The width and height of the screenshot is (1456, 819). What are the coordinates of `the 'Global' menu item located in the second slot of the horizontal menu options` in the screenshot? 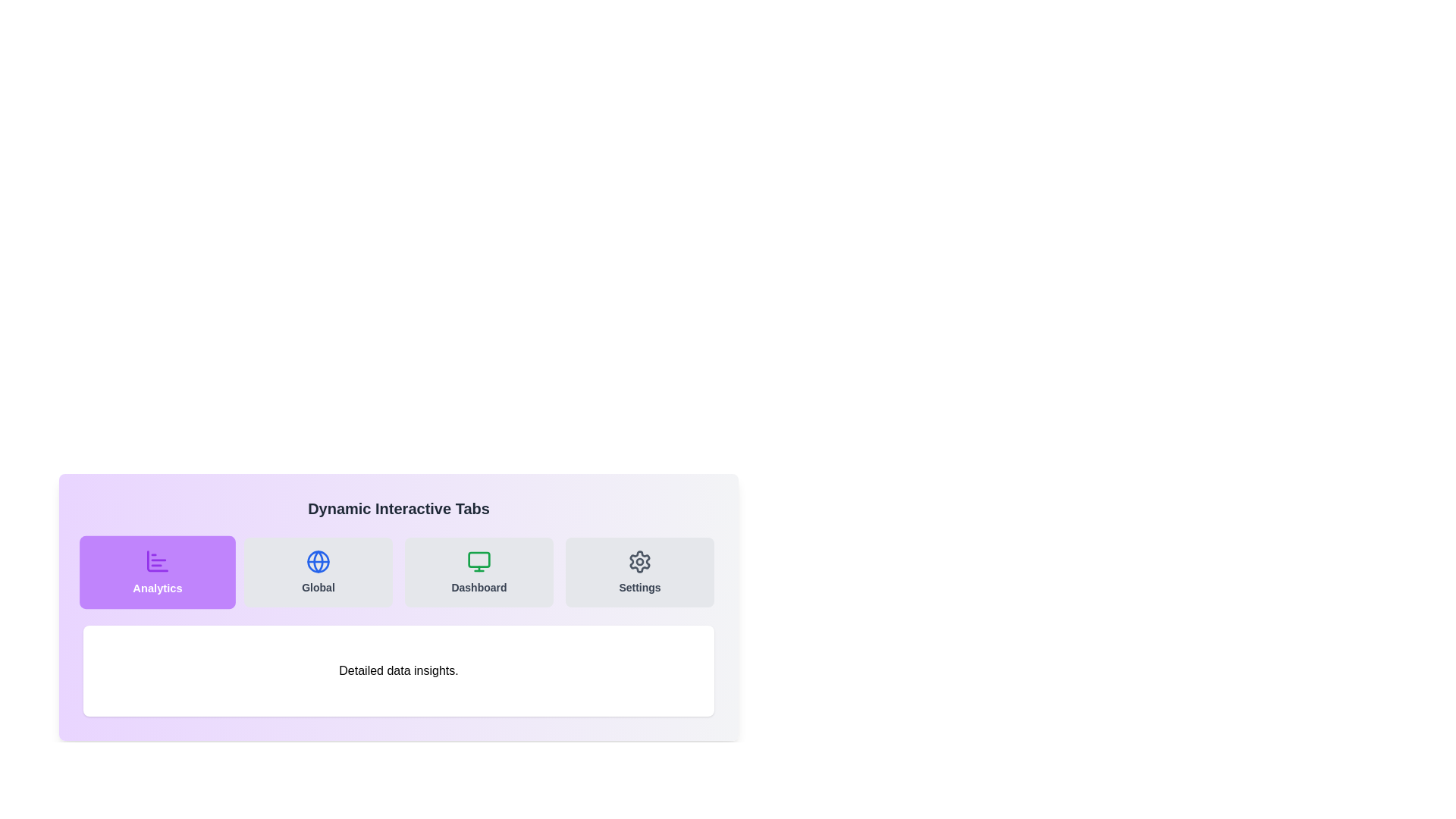 It's located at (318, 573).